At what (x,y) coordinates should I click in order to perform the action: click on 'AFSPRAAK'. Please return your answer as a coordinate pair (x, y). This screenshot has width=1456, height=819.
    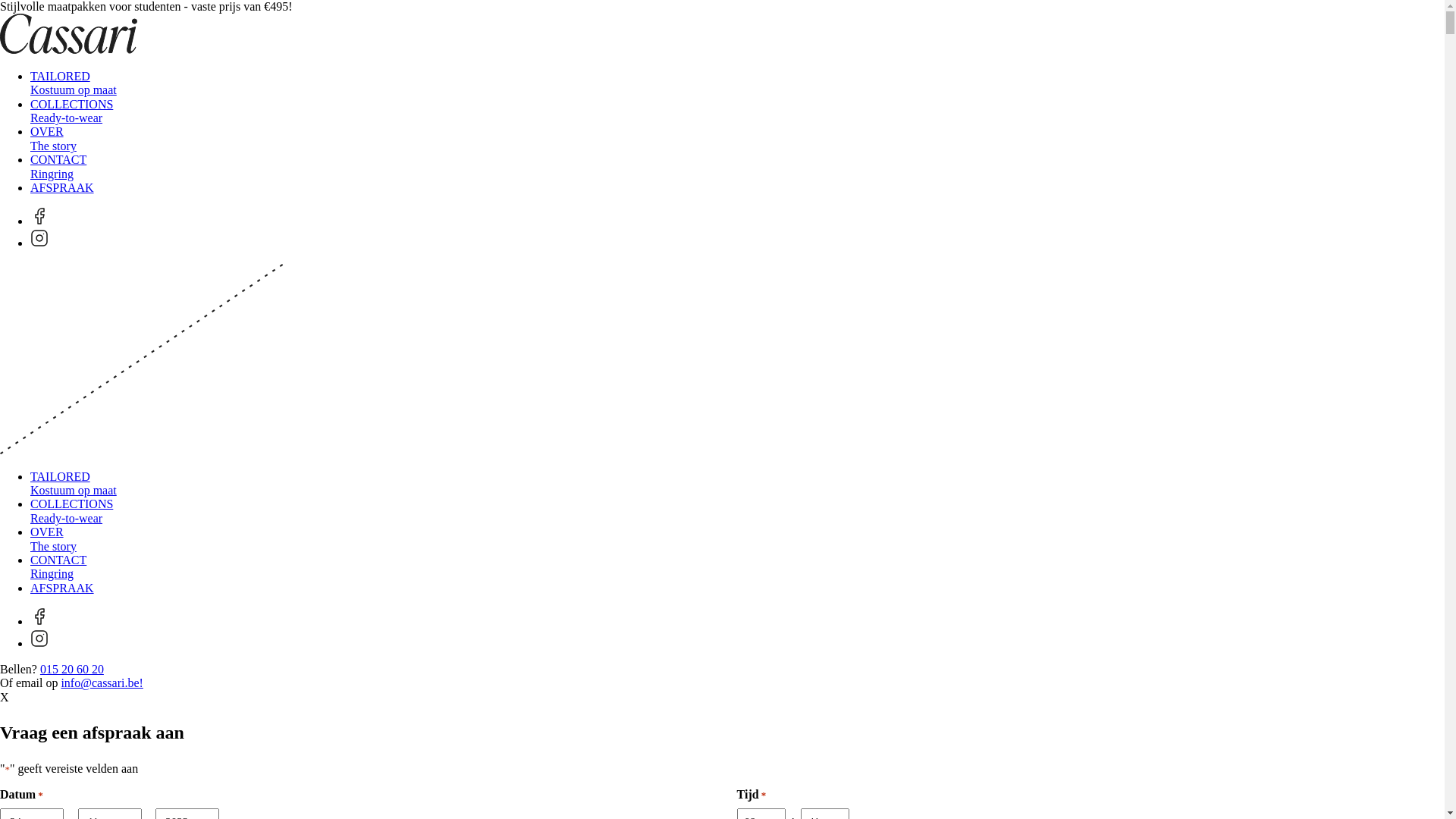
    Looking at the image, I should click on (61, 187).